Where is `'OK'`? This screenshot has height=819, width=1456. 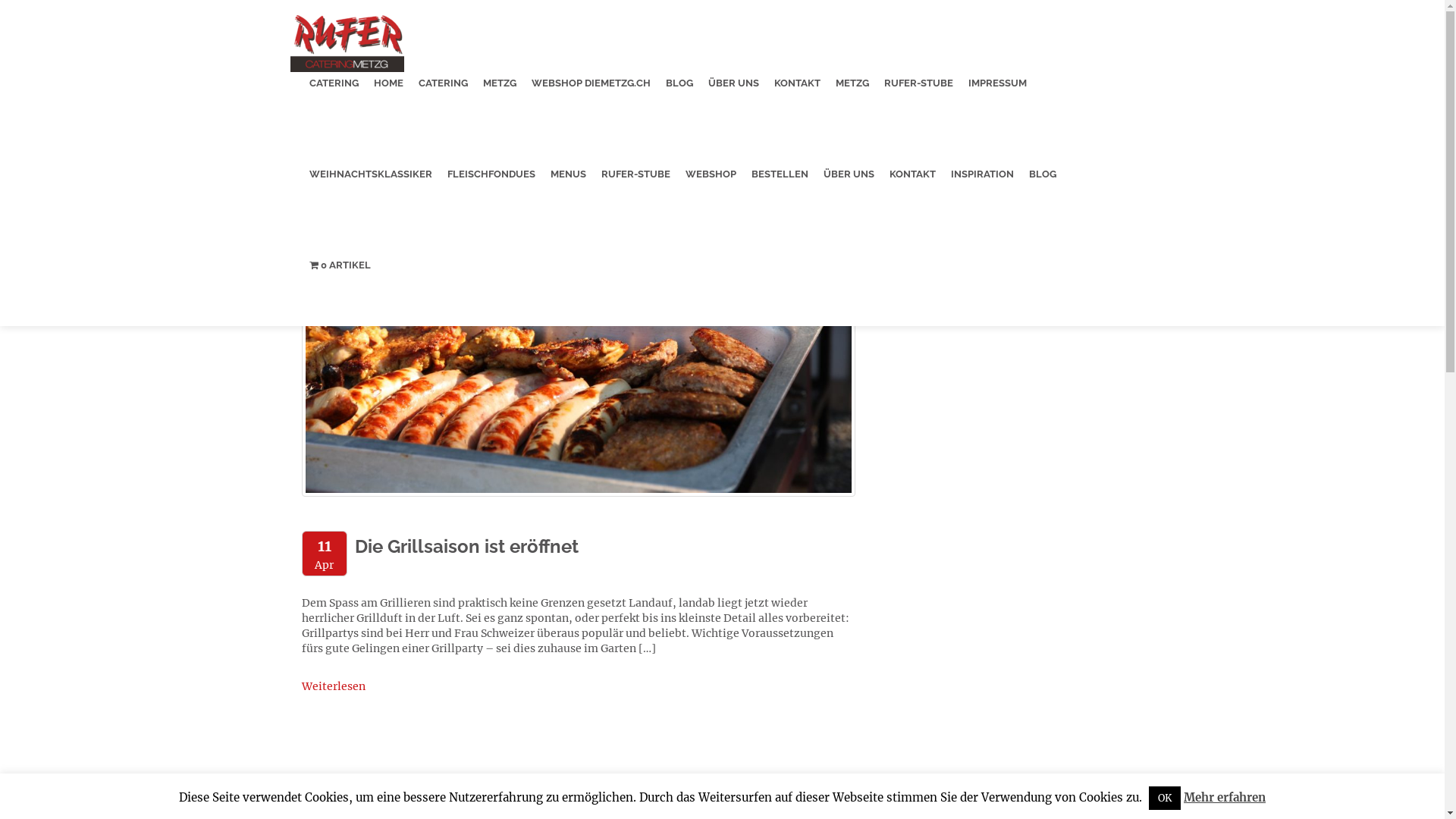
'OK' is located at coordinates (1164, 797).